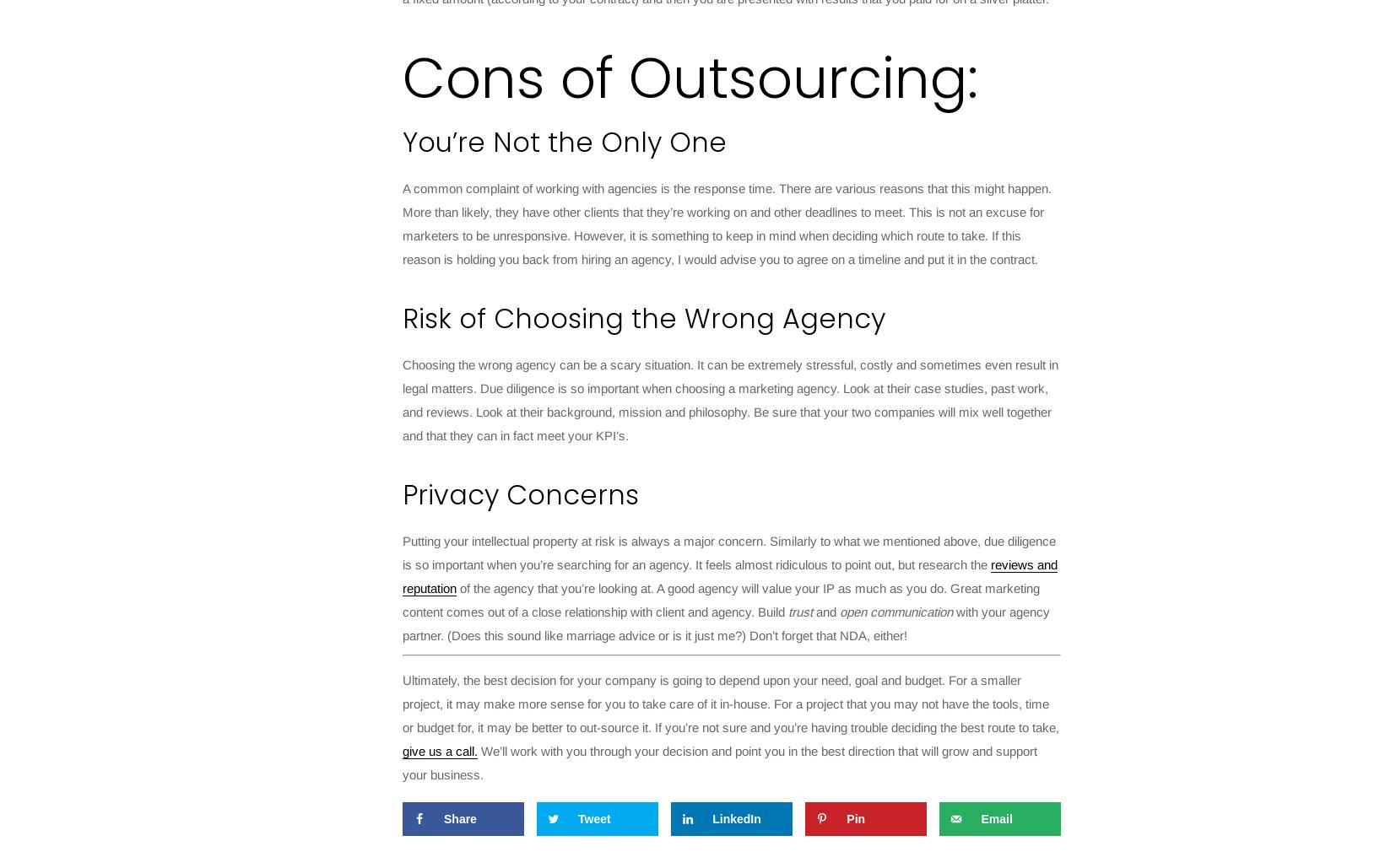  Describe the element at coordinates (725, 623) in the screenshot. I see `'with your agency partner. (Does this sound like marriage advice or is it just me?) Don’t forget that NDA, either!'` at that location.